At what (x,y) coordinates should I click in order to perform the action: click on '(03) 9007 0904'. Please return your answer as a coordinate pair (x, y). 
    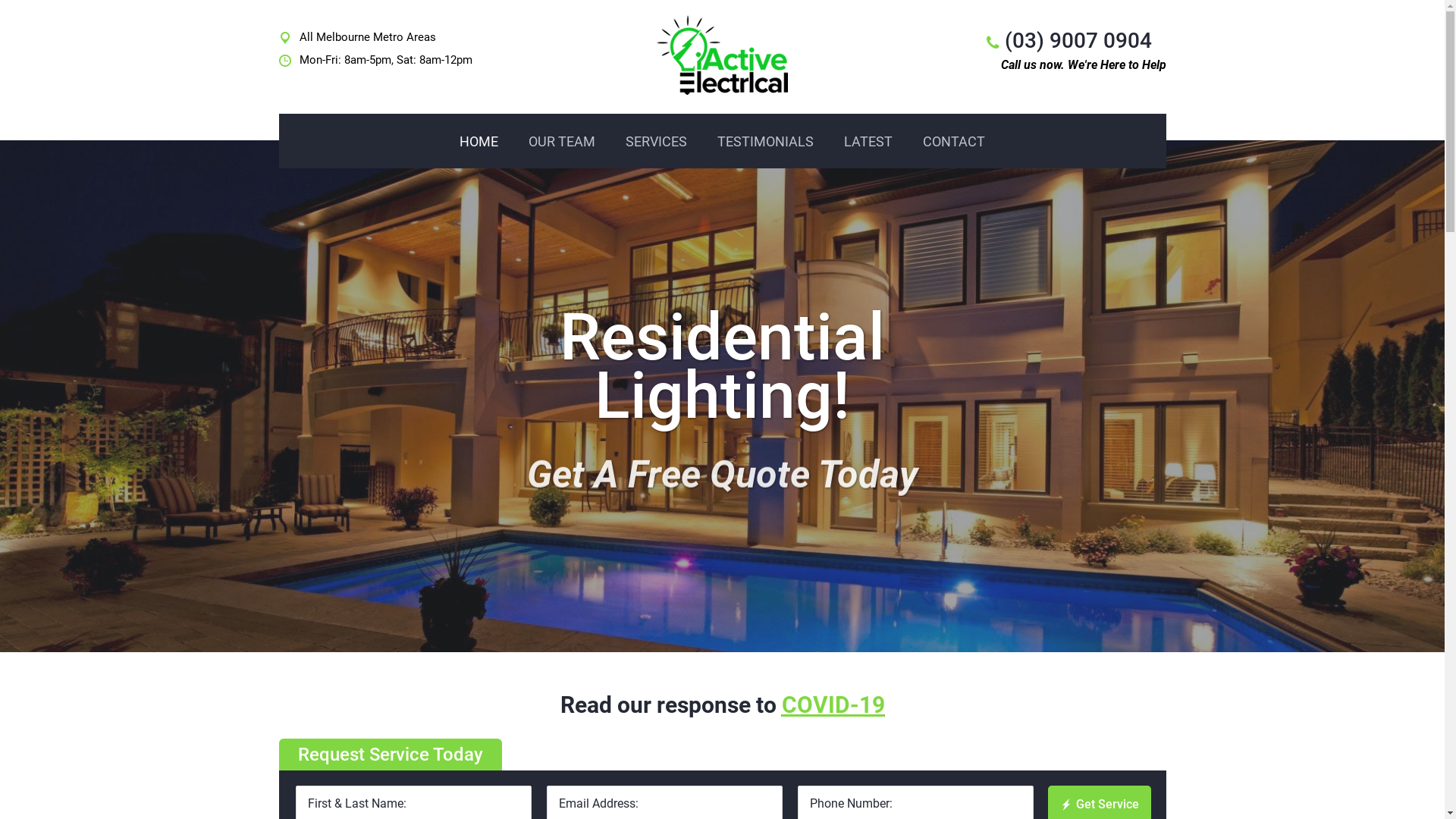
    Looking at the image, I should click on (1076, 39).